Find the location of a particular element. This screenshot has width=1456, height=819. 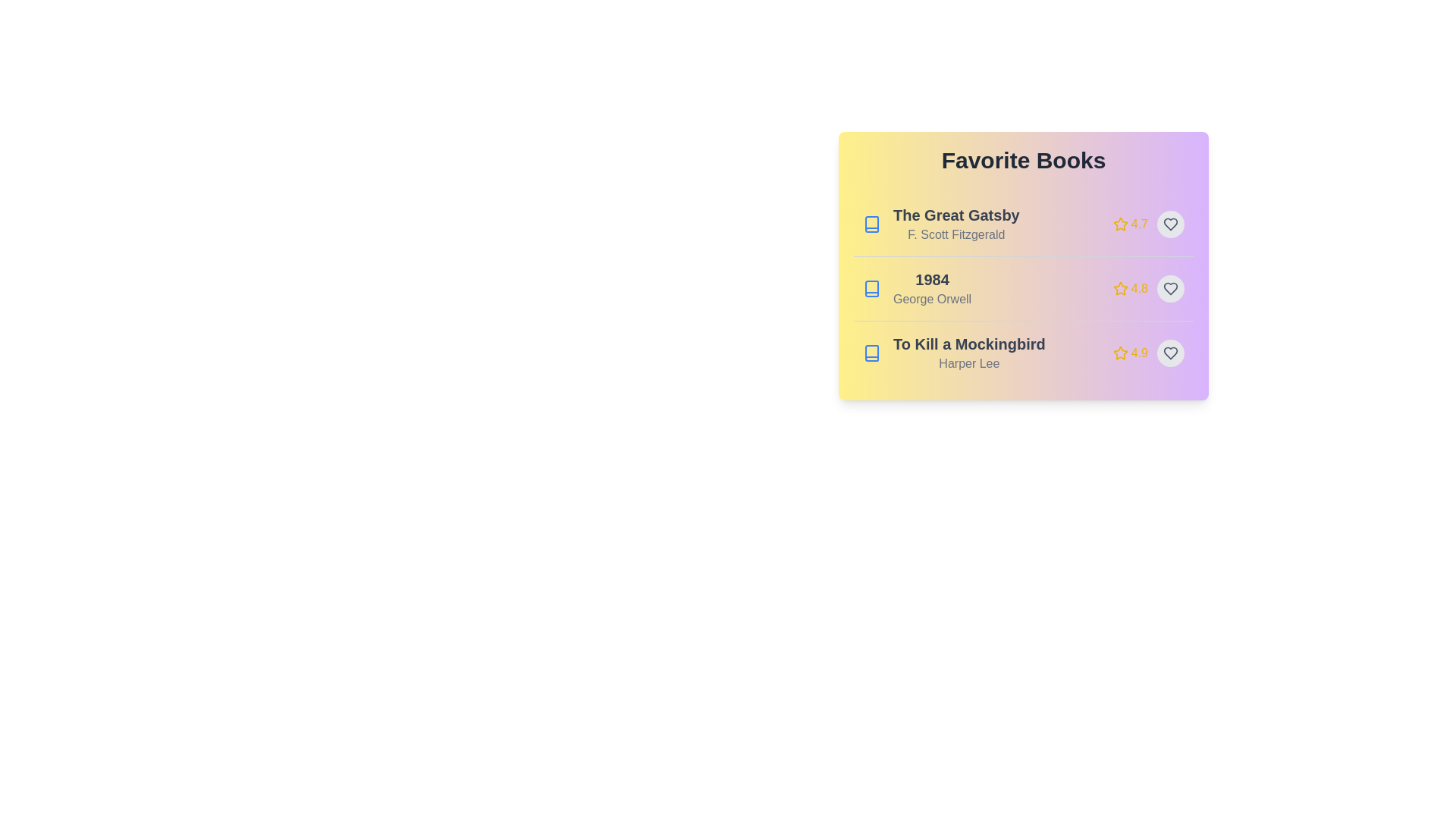

the book icon for To Kill a Mockingbird is located at coordinates (872, 353).